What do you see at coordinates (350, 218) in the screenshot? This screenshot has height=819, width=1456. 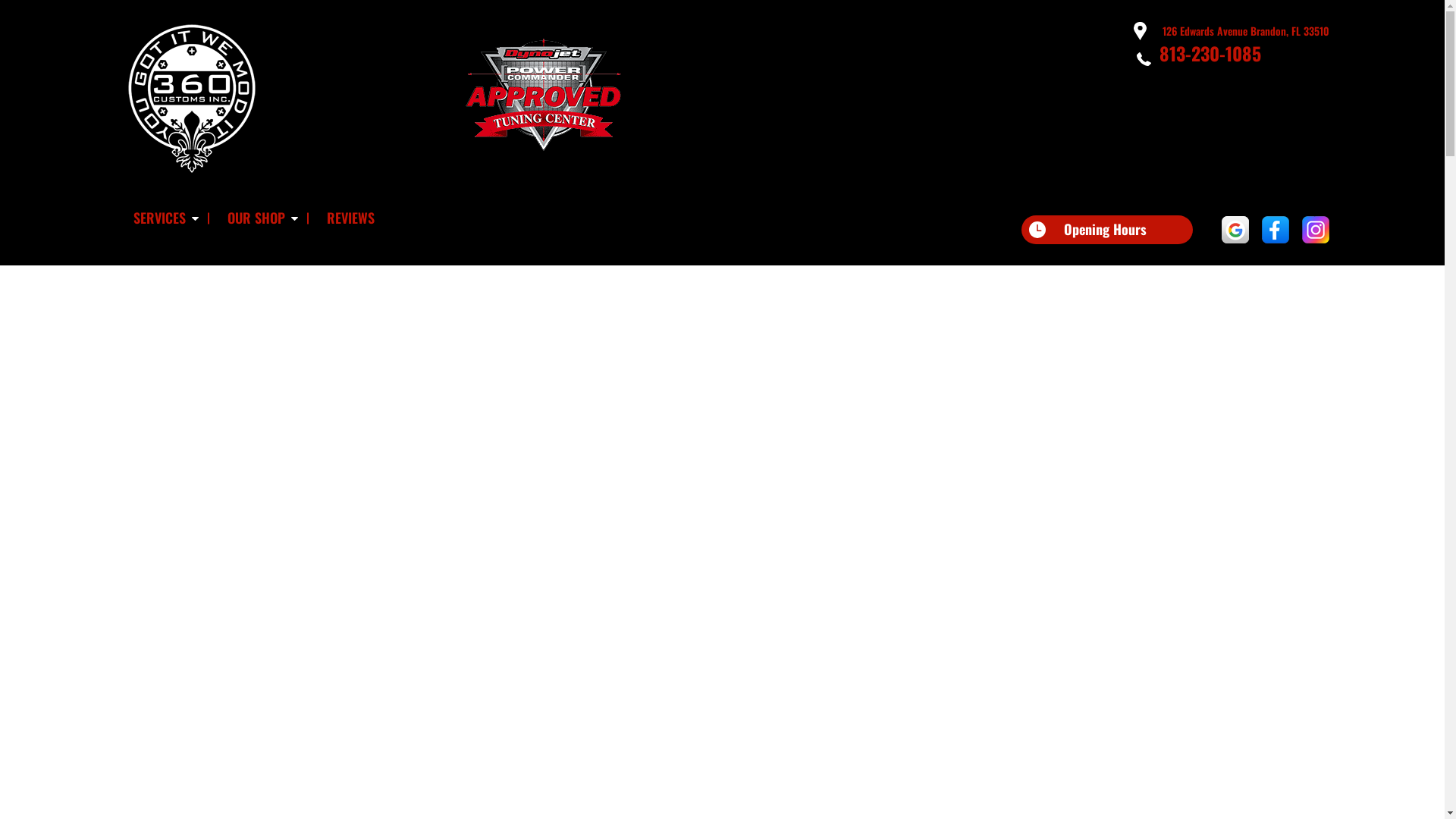 I see `'REVIEWS'` at bounding box center [350, 218].